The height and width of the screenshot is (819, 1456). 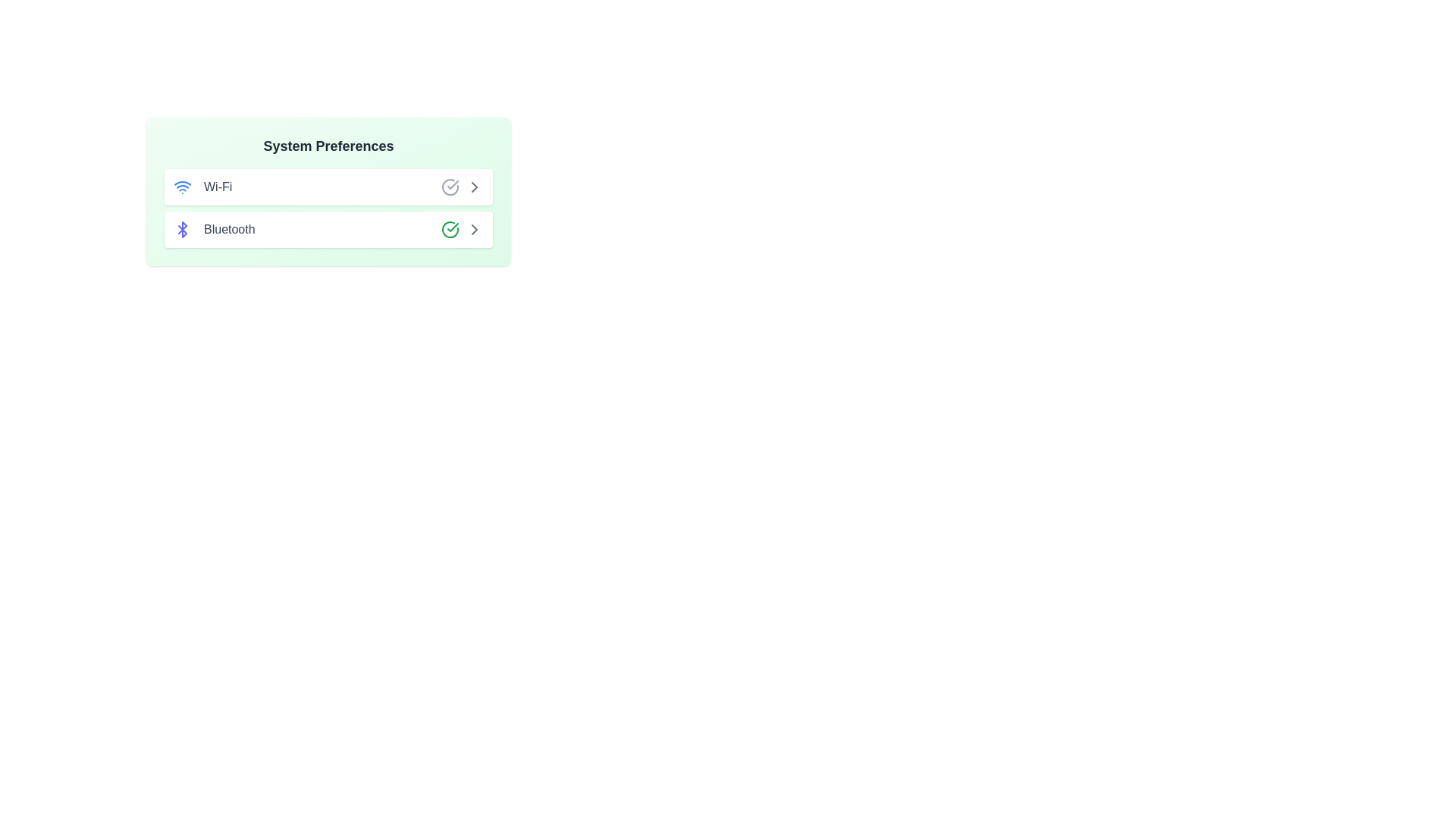 What do you see at coordinates (473, 186) in the screenshot?
I see `ChevronRight icon next to the Wi-Fi option to toggle its status` at bounding box center [473, 186].